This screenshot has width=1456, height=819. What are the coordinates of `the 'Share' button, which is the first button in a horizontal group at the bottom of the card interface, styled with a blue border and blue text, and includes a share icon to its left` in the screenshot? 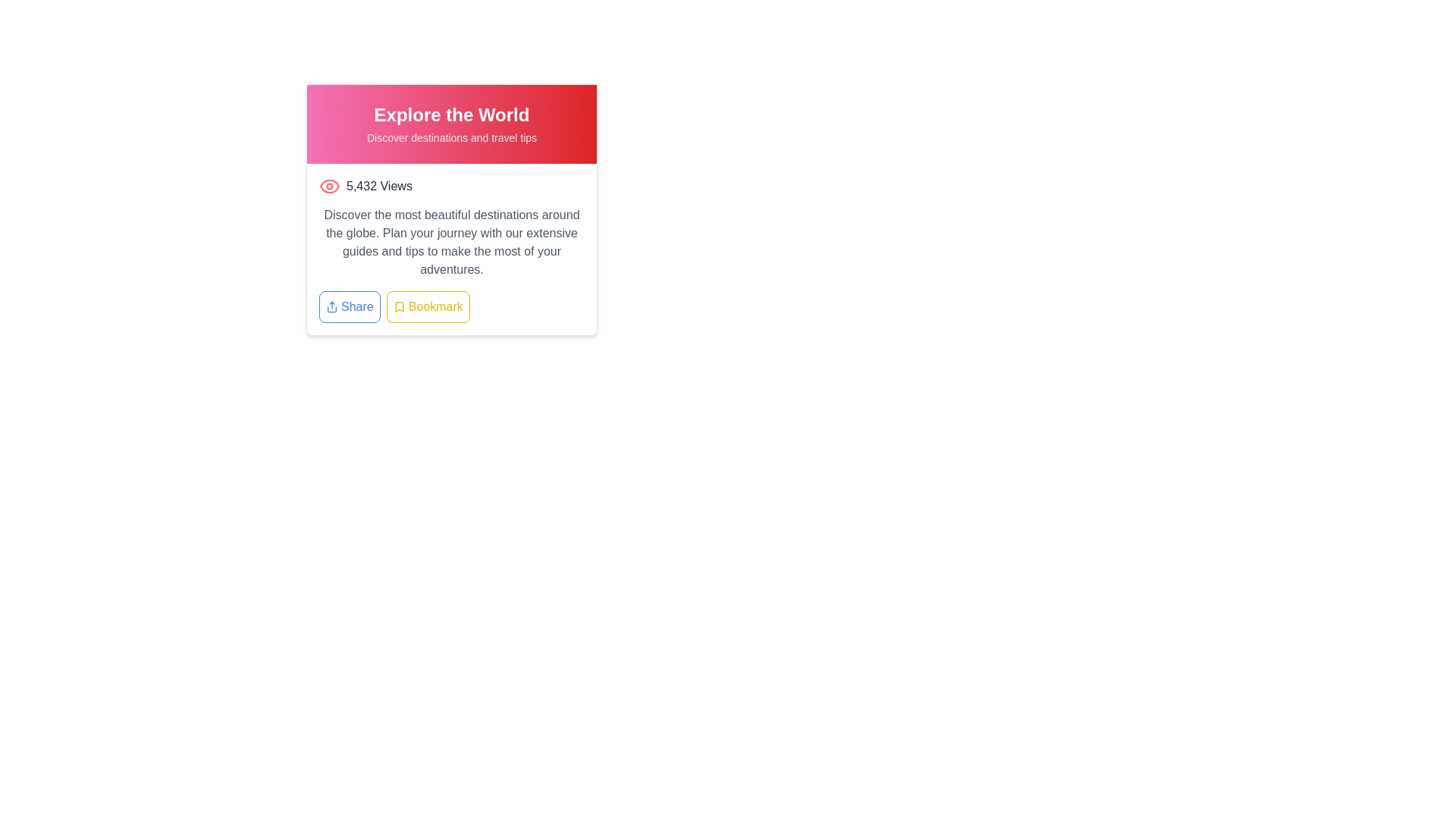 It's located at (349, 307).